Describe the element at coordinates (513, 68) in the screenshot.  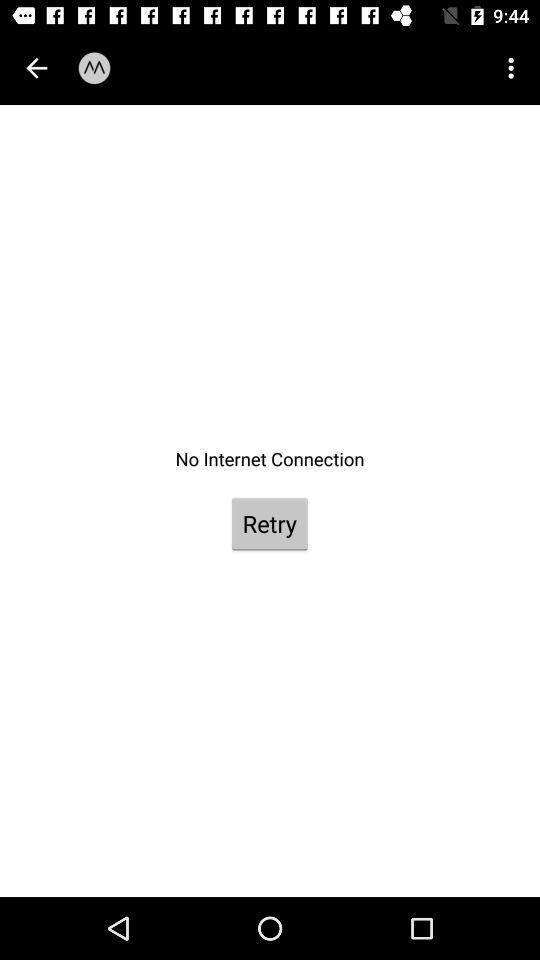
I see `the icon at the top right corner` at that location.